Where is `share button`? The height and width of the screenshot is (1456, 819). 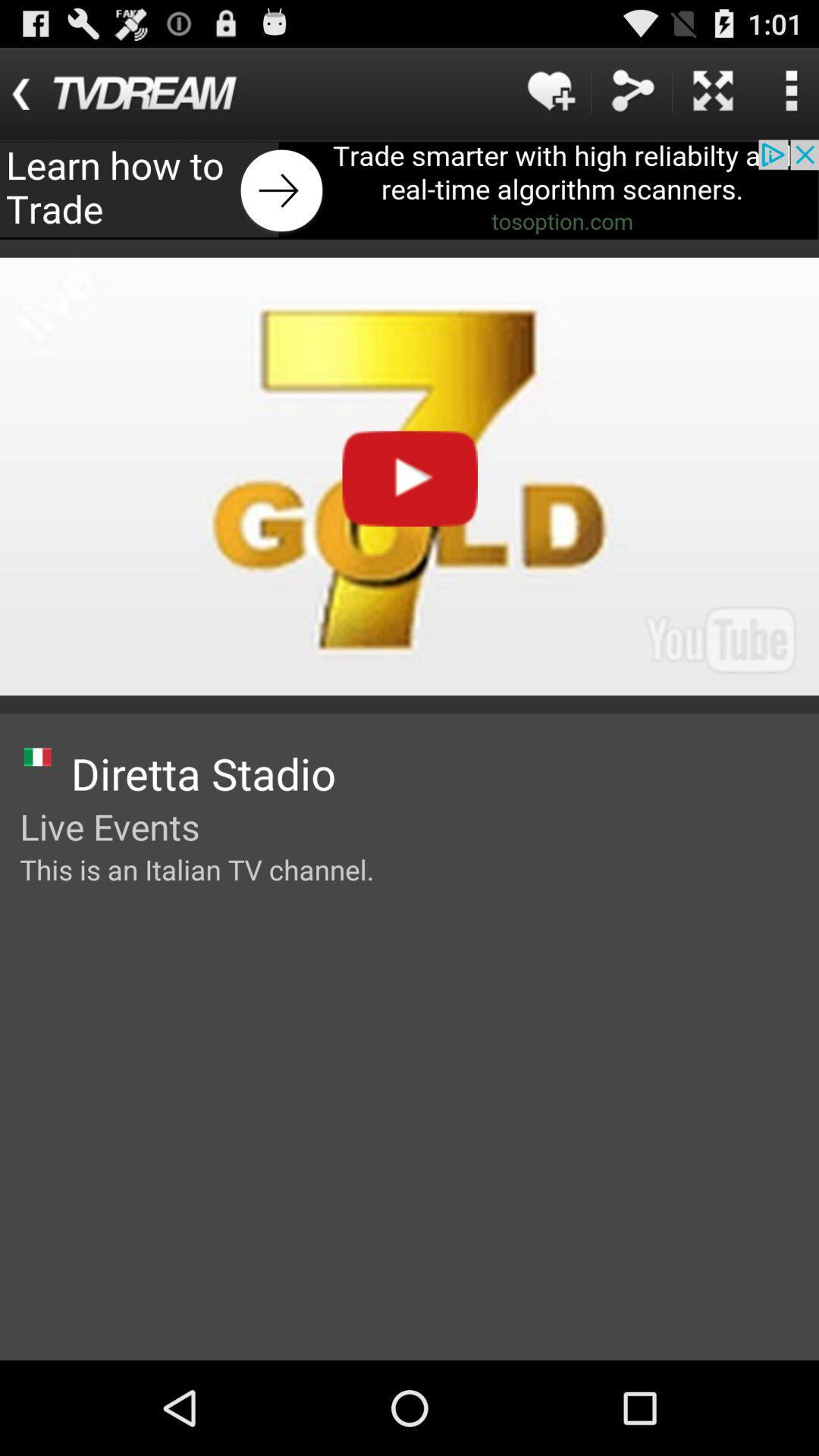
share button is located at coordinates (632, 89).